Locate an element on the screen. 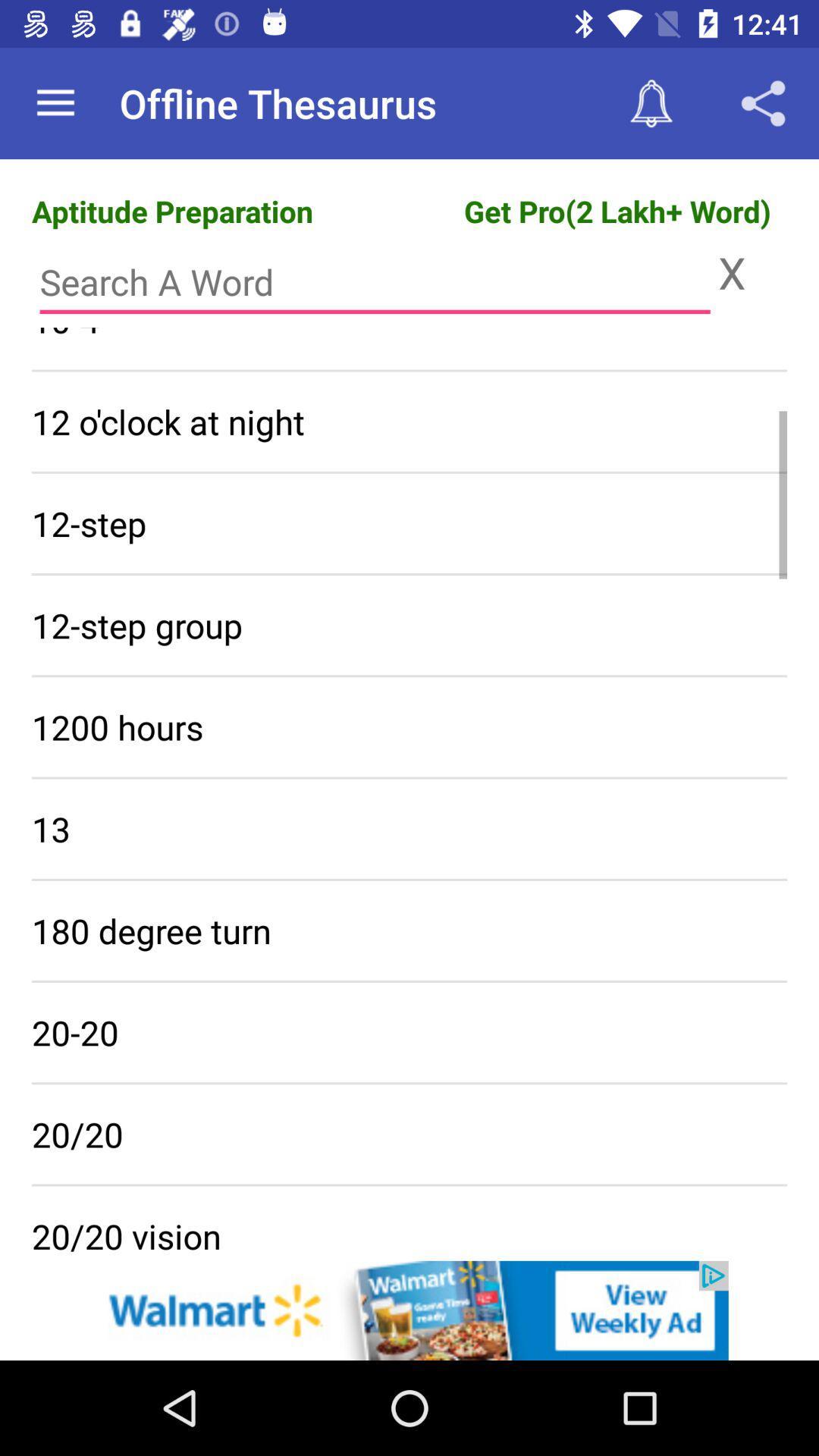 Image resolution: width=819 pixels, height=1456 pixels. the symbol beside search a word is located at coordinates (752, 272).